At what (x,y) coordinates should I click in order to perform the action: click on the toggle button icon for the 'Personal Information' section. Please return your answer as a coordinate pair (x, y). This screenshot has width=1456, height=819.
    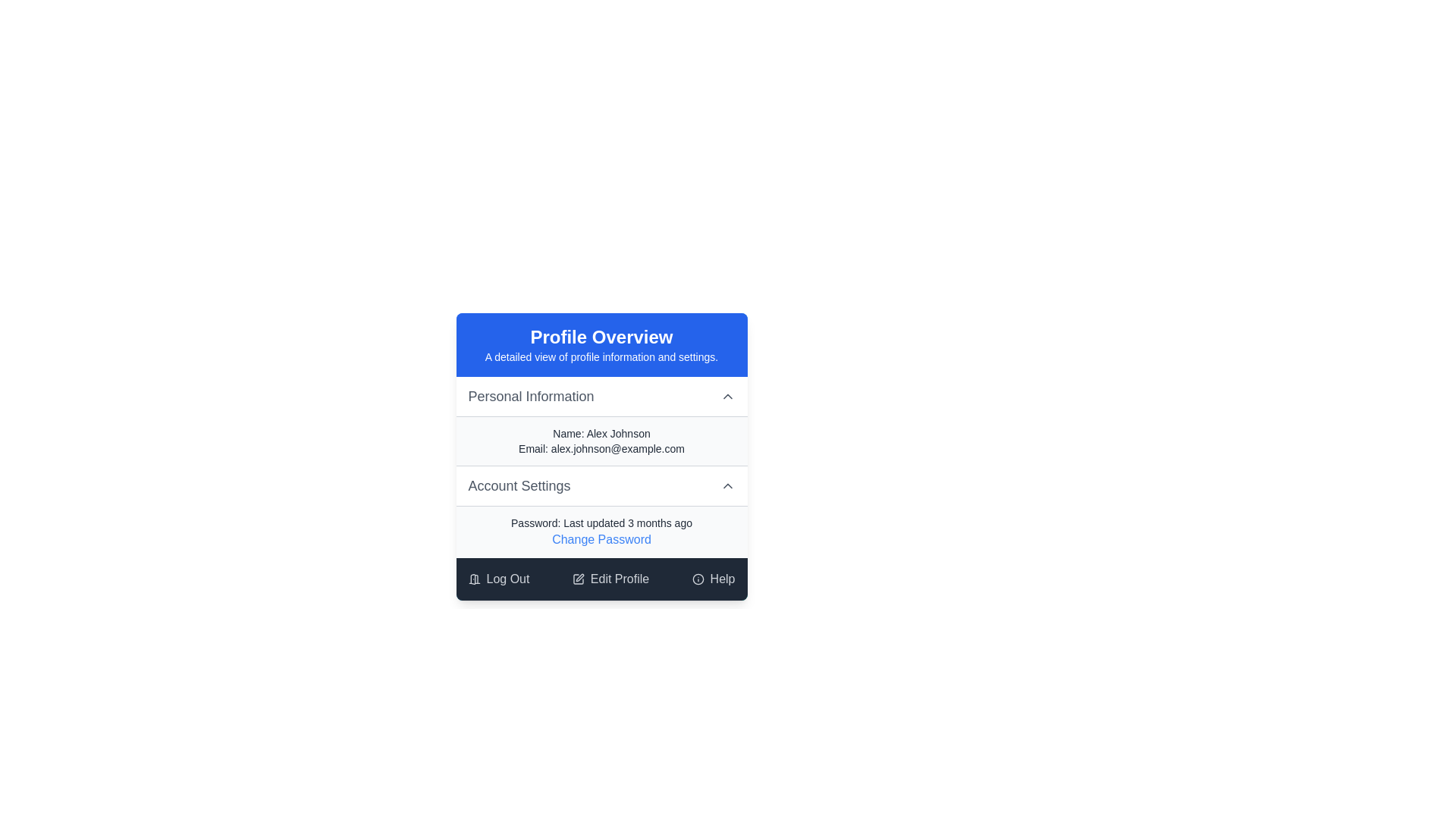
    Looking at the image, I should click on (726, 396).